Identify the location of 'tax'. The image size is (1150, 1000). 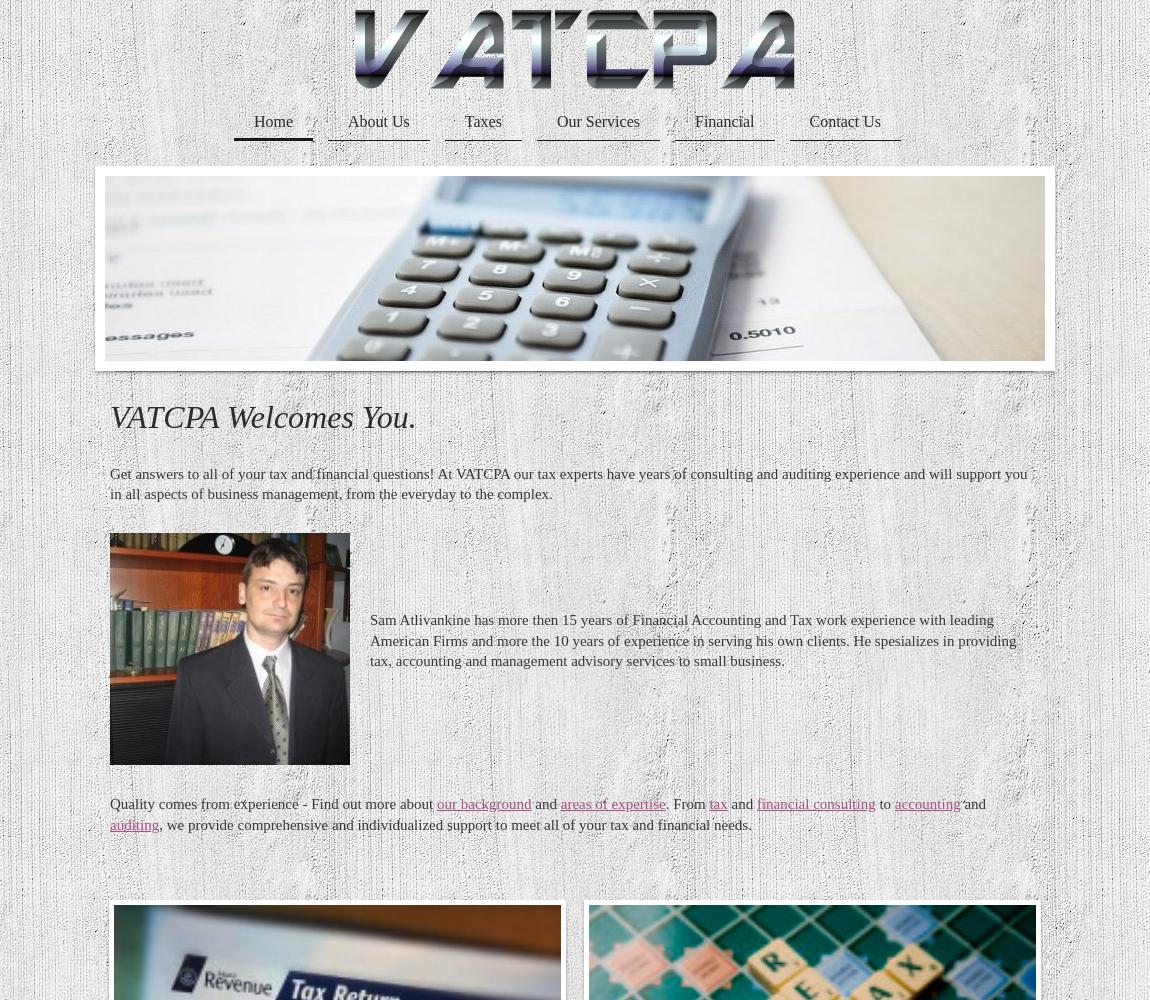
(716, 804).